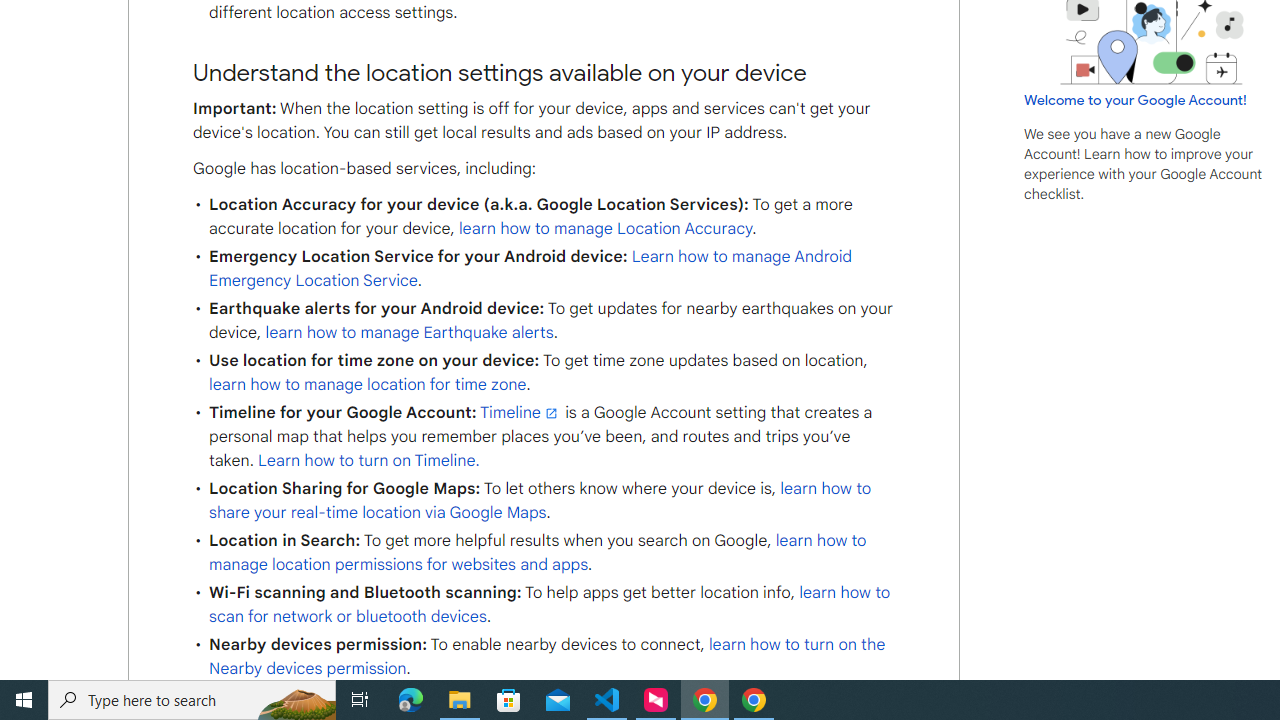 Image resolution: width=1280 pixels, height=720 pixels. I want to click on 'learn how to manage Location Accuracy', so click(604, 227).